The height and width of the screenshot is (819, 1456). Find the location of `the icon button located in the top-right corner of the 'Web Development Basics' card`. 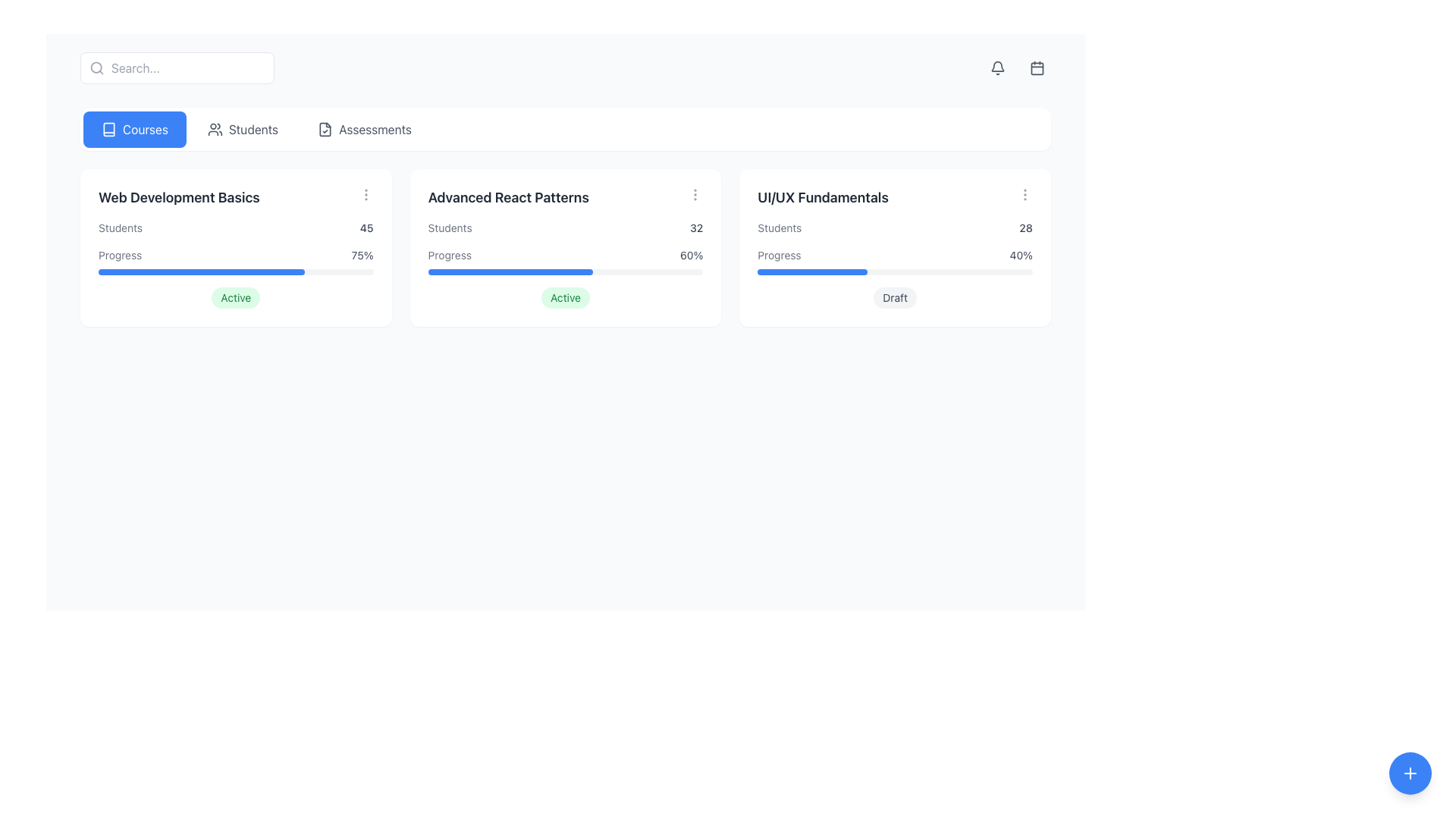

the icon button located in the top-right corner of the 'Web Development Basics' card is located at coordinates (366, 194).